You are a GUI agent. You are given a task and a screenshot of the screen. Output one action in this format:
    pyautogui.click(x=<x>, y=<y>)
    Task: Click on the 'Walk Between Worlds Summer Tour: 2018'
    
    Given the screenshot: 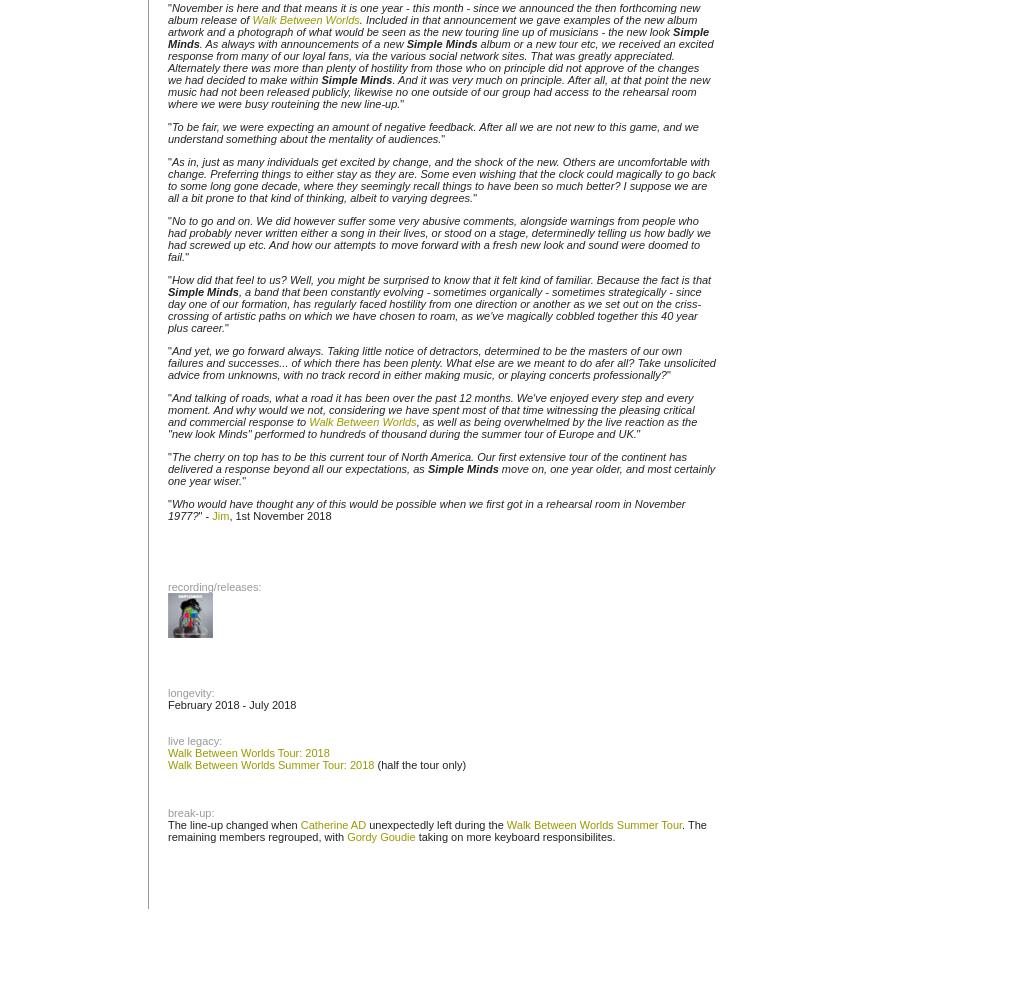 What is the action you would take?
    pyautogui.click(x=167, y=765)
    